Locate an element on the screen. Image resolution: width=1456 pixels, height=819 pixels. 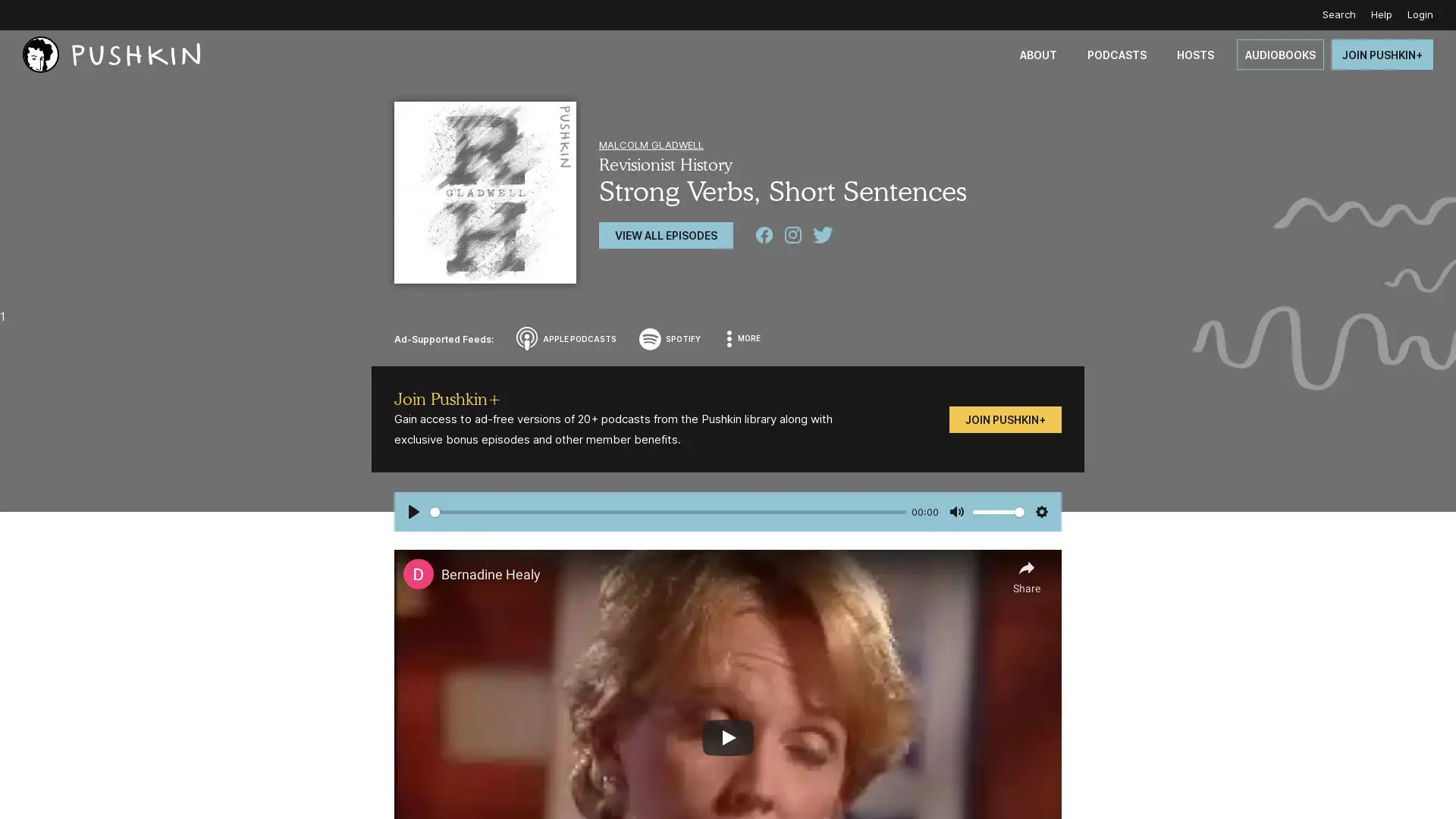
Play is located at coordinates (414, 512).